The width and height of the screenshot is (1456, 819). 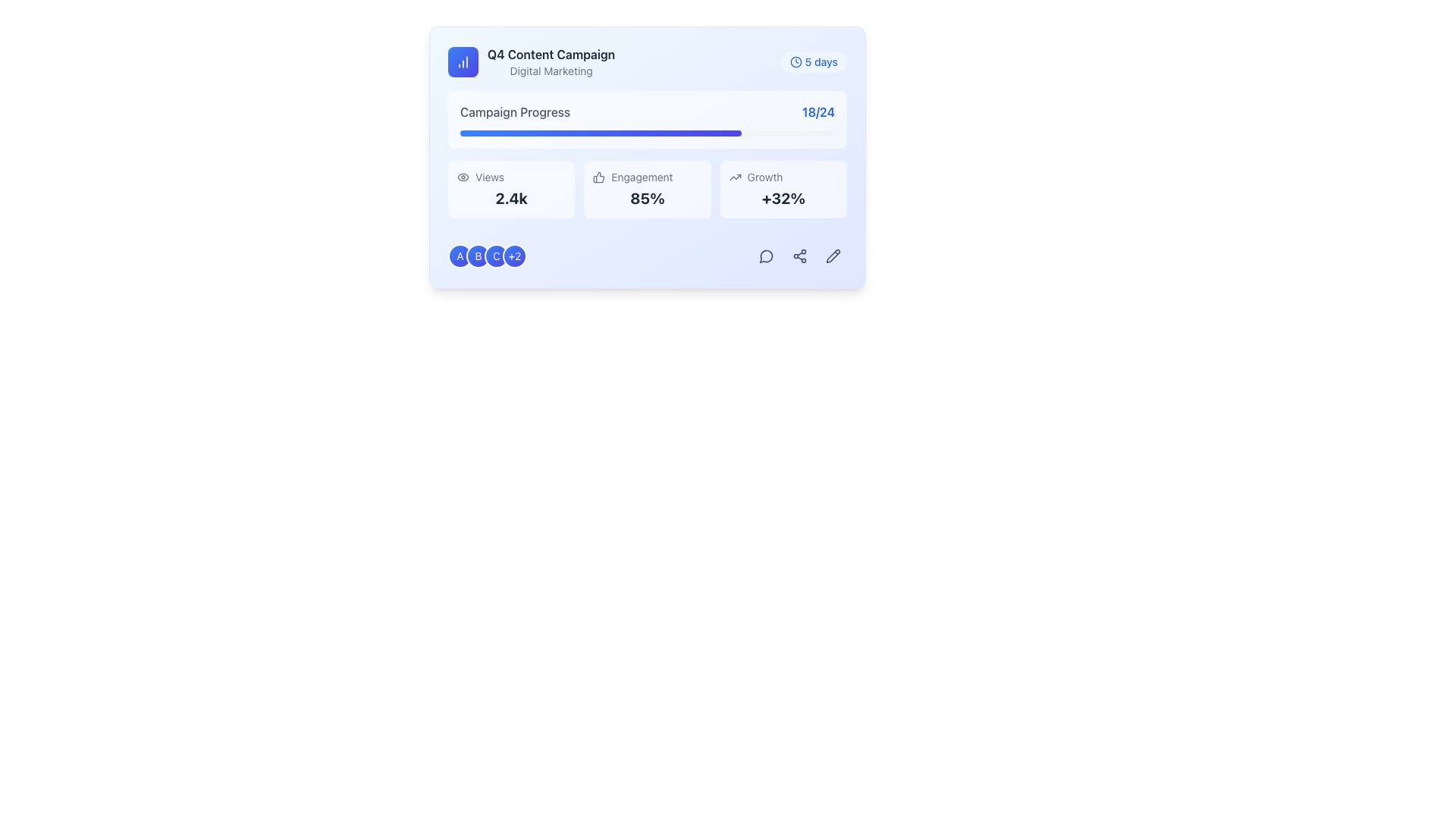 I want to click on the pencil icon component, which is part of an SVG group representing an edit action, located at the bottom-right corner of the blue card, so click(x=833, y=254).